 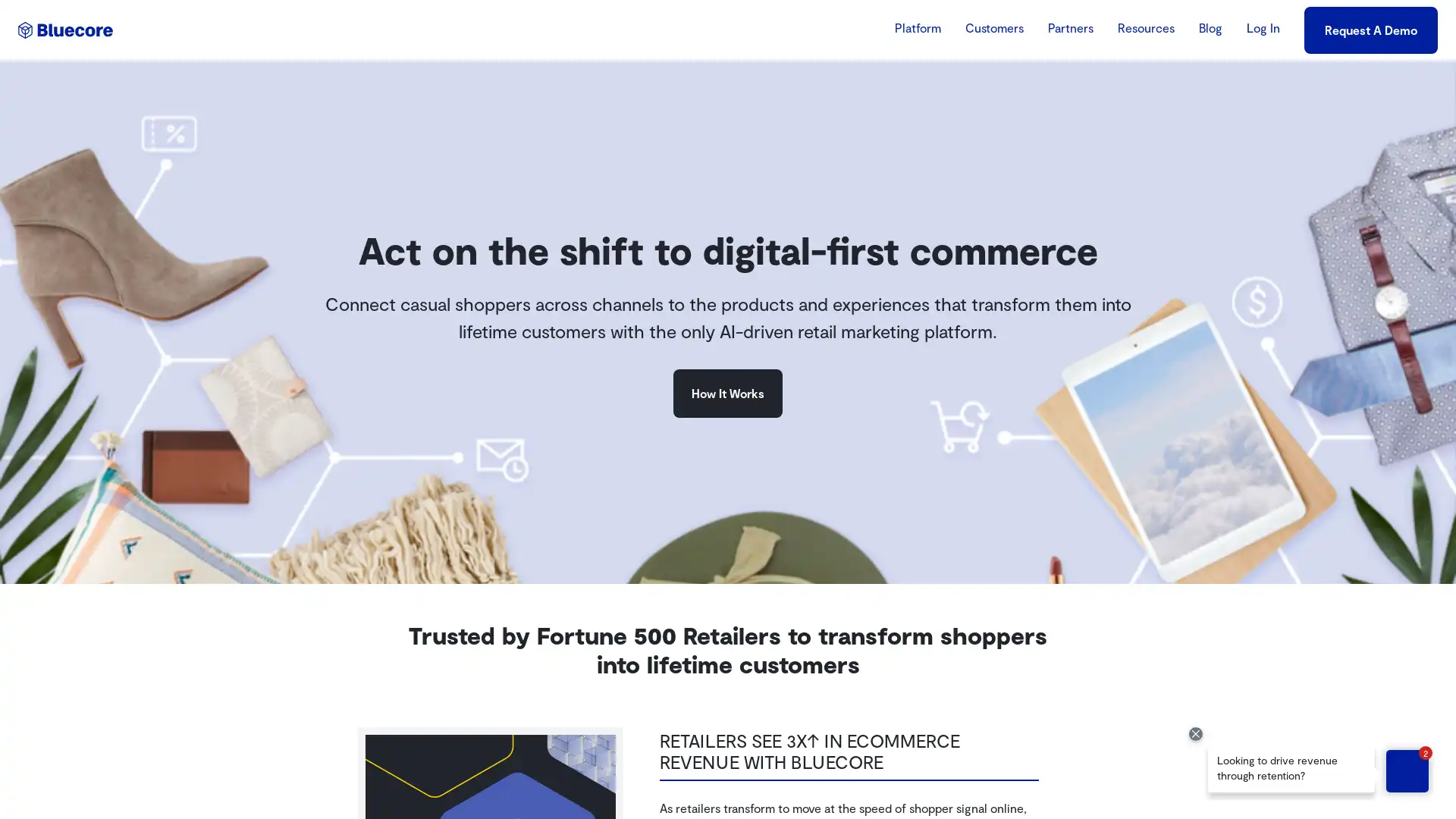 I want to click on Open chat with Bluebot in the Drift Widget messenger - Unread messages: 2, so click(x=1407, y=771).